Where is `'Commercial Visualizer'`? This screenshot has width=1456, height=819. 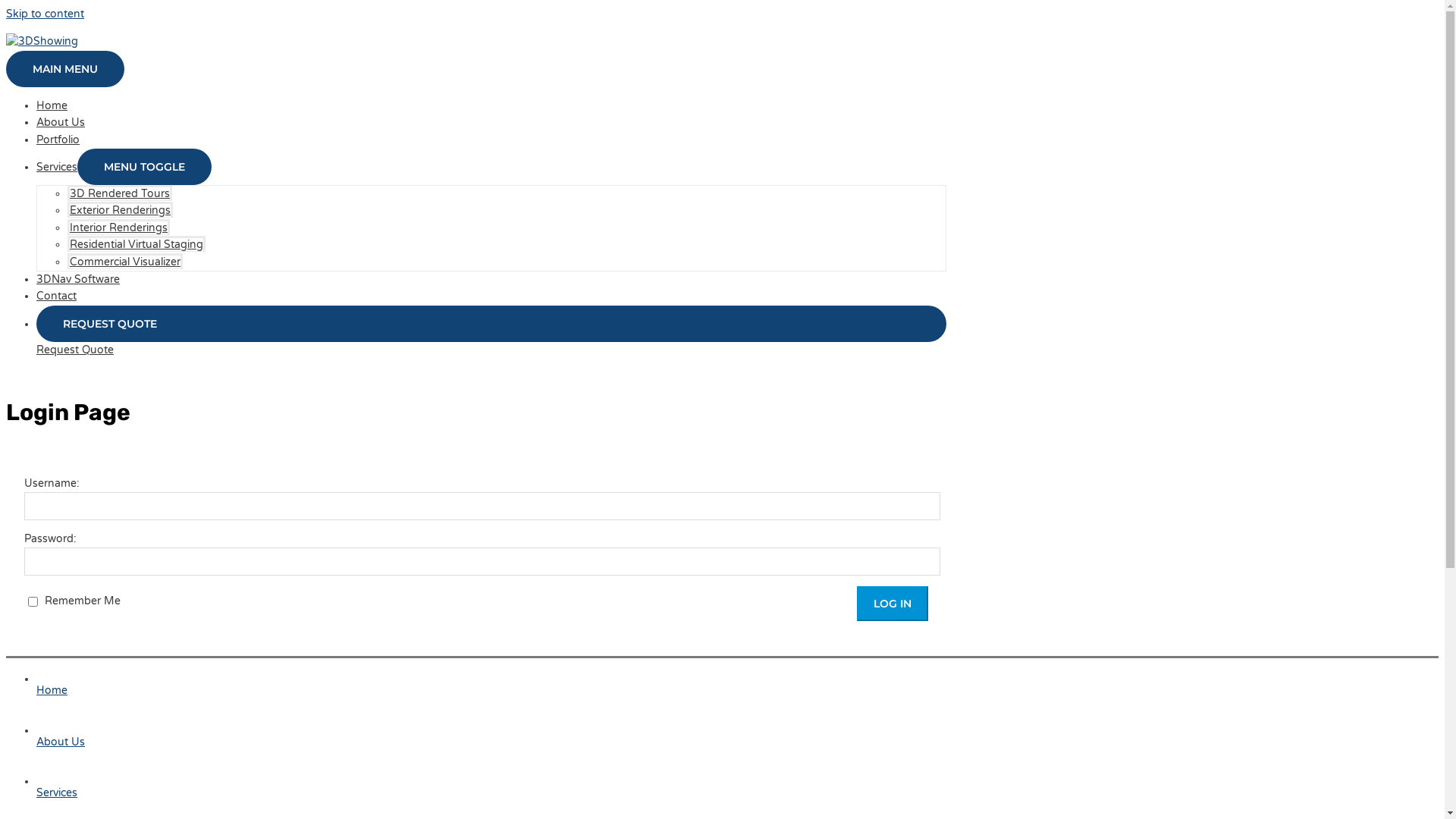 'Commercial Visualizer' is located at coordinates (67, 260).